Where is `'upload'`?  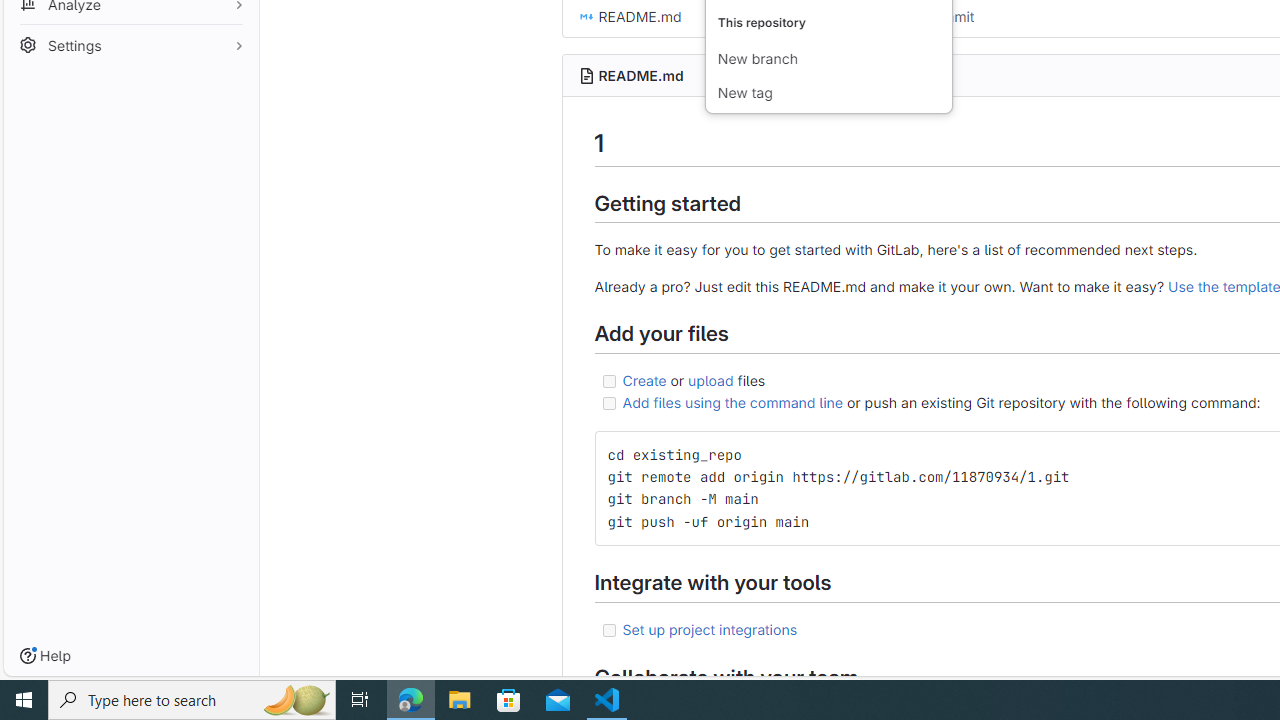 'upload' is located at coordinates (711, 379).